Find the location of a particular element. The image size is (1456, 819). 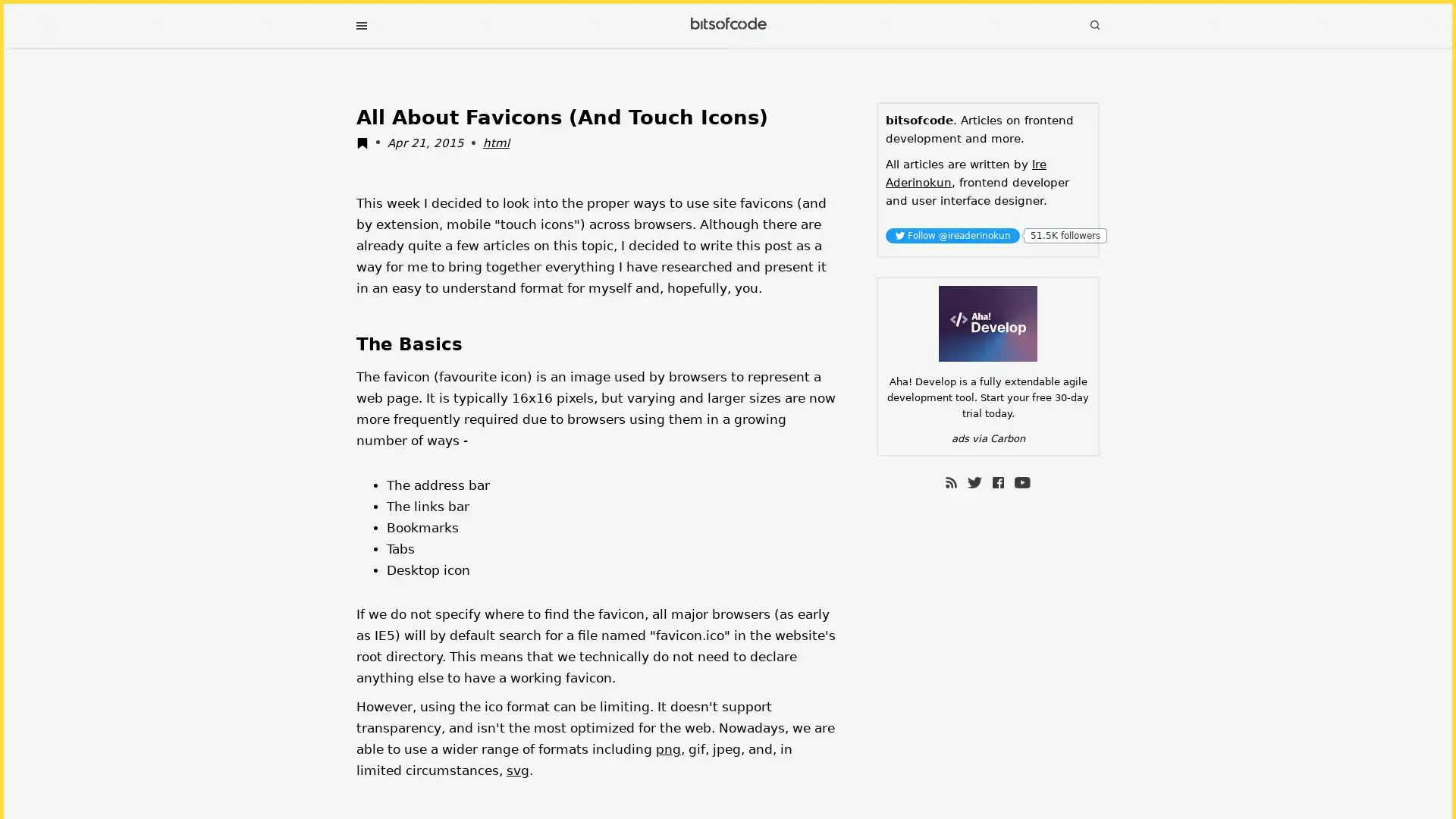

Open Site Navigation is located at coordinates (360, 26).